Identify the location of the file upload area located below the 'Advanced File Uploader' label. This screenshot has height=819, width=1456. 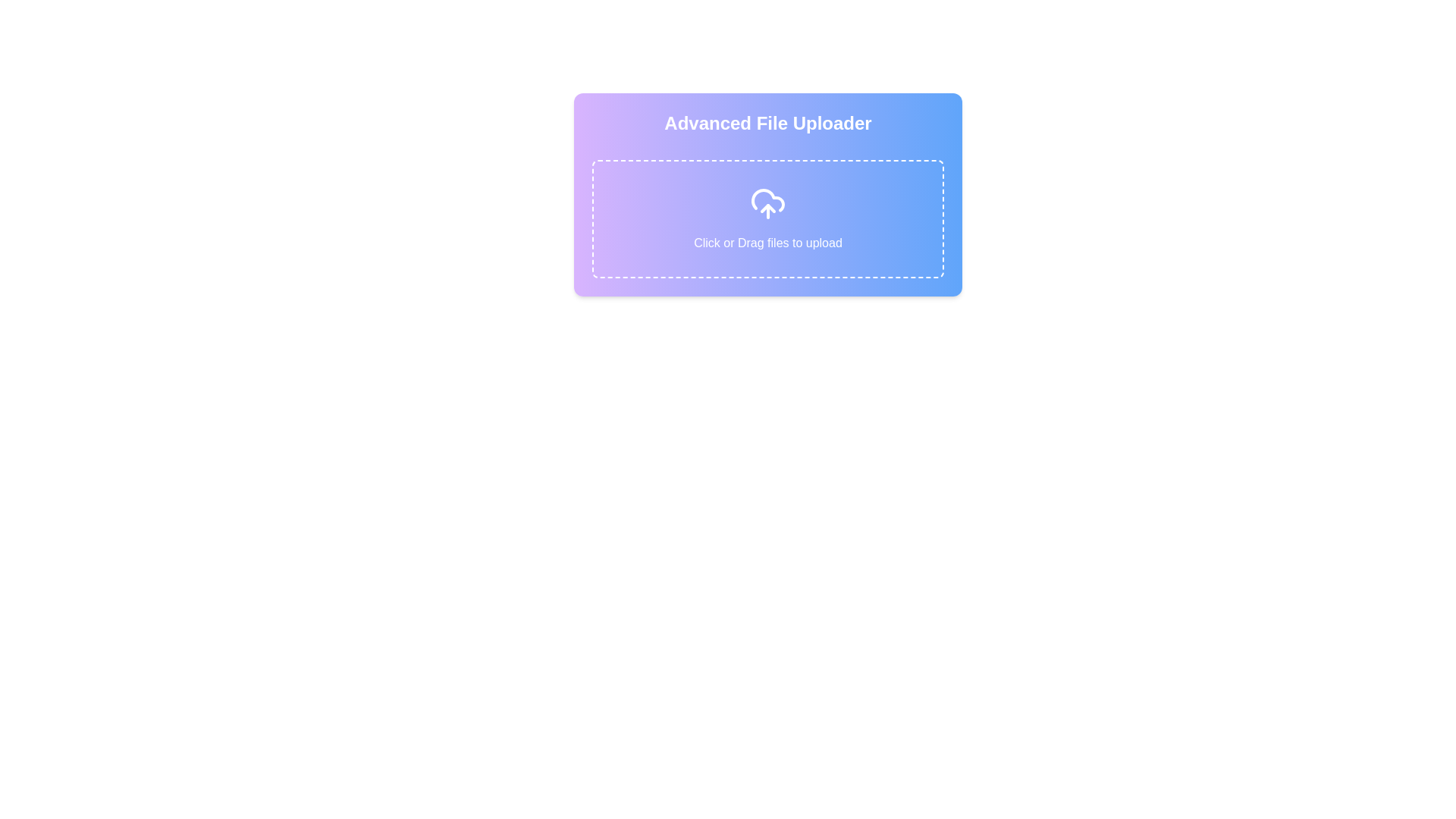
(767, 219).